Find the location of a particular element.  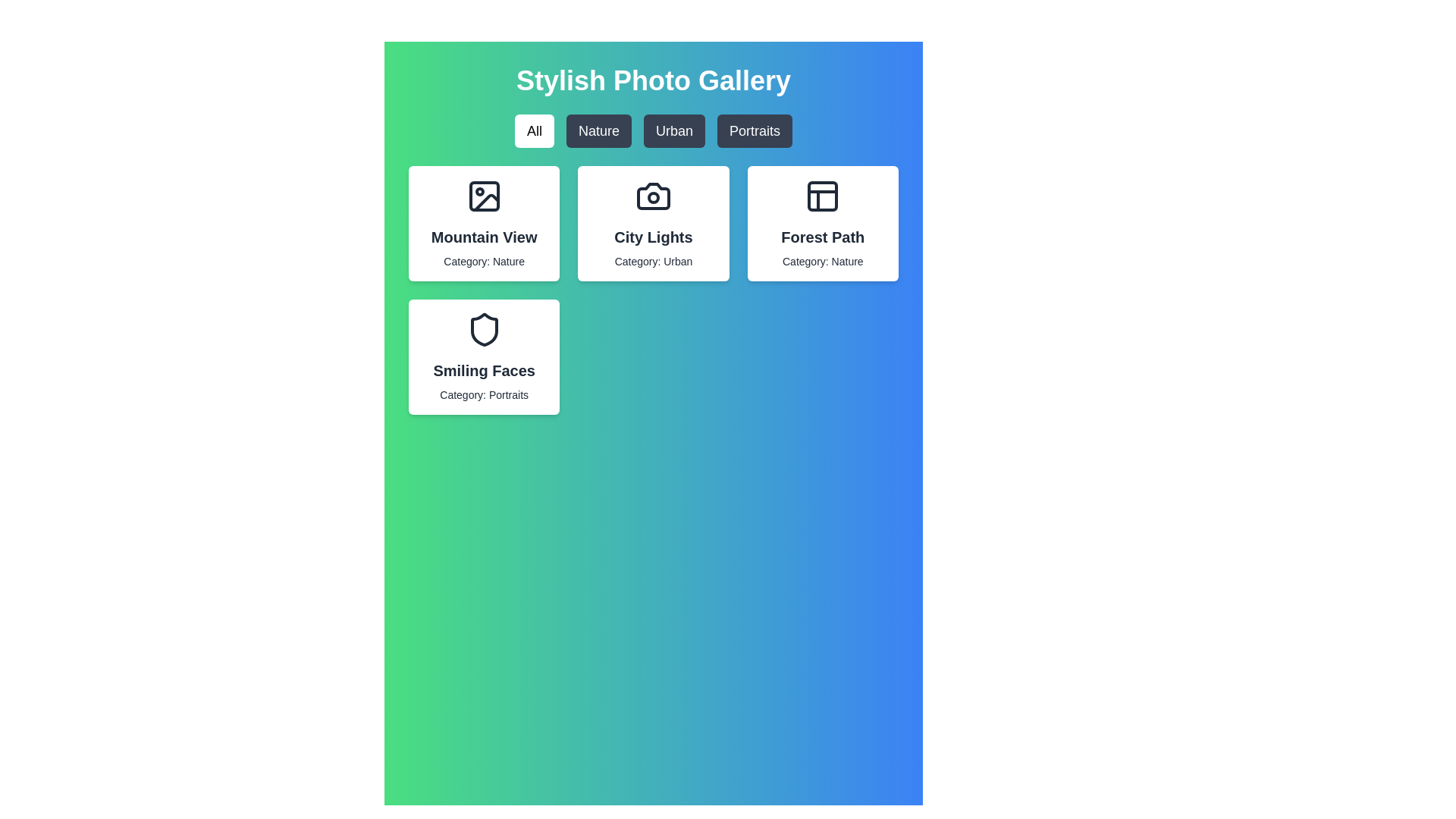

the first card component in the grid layout that features a white background, rounded corners, and the title 'Mountain View' is located at coordinates (483, 223).